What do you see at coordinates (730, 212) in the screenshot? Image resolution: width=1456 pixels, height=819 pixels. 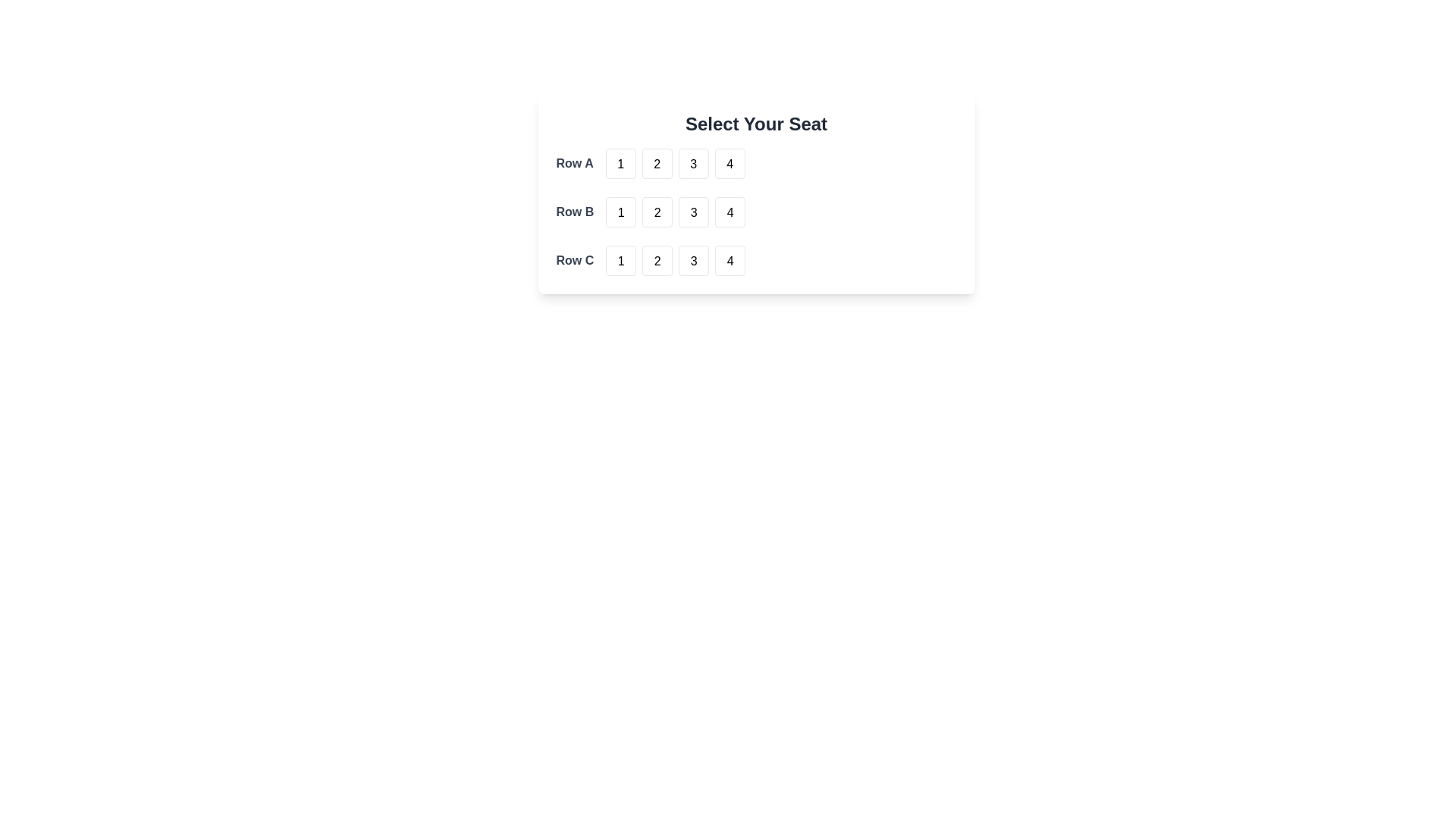 I see `the fourth button in Row B to trigger hover effects` at bounding box center [730, 212].